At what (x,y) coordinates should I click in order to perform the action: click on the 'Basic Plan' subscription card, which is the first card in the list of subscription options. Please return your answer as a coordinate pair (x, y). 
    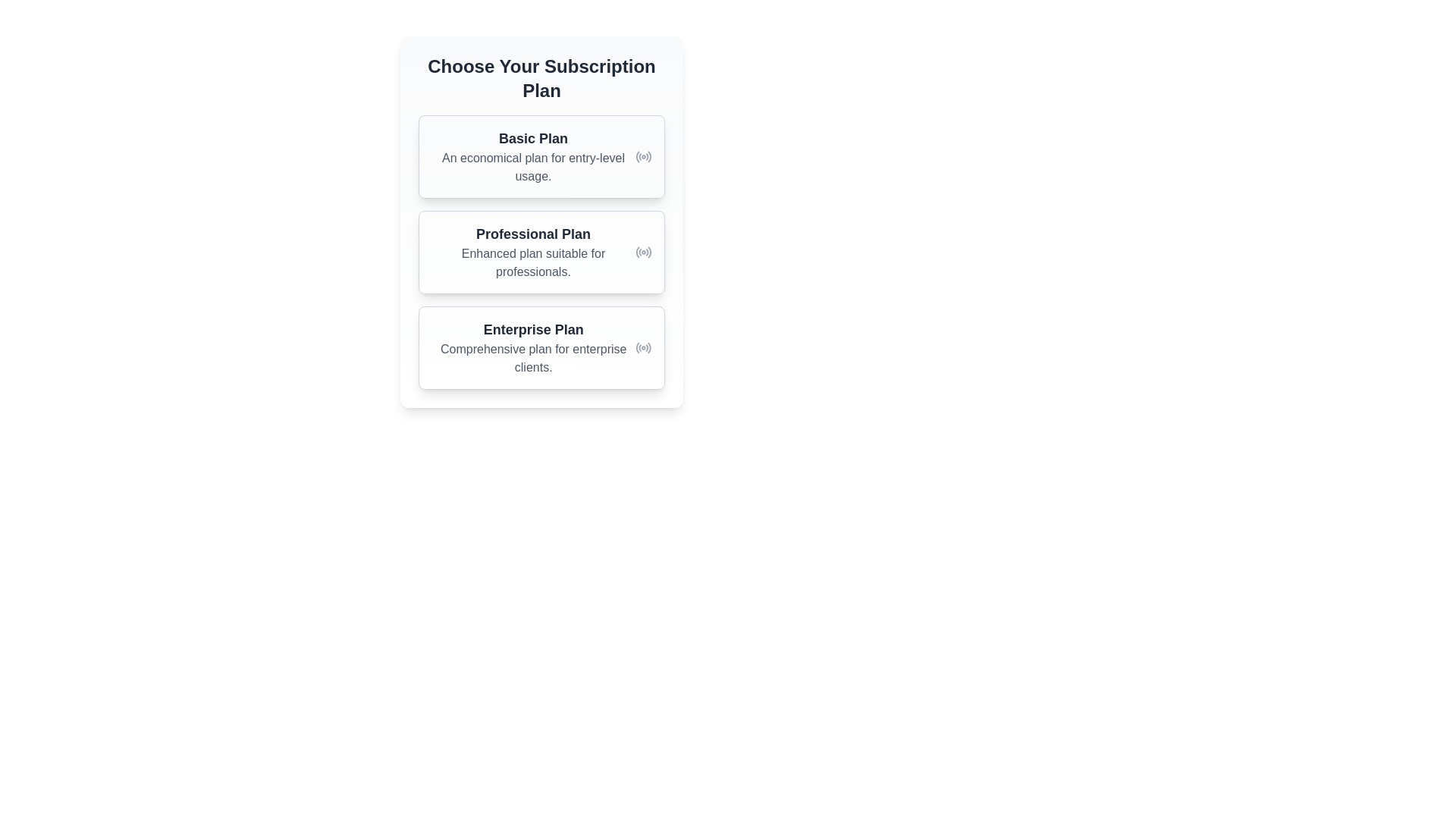
    Looking at the image, I should click on (541, 157).